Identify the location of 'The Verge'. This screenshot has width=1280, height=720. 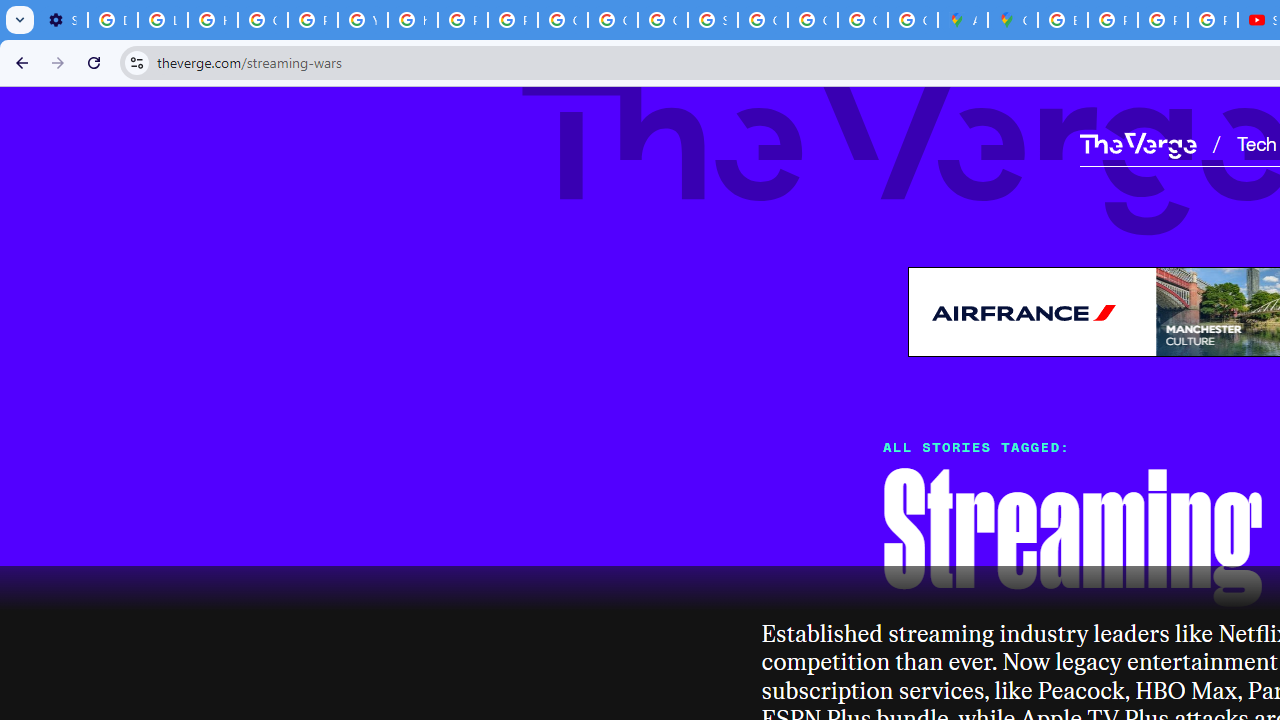
(1137, 144).